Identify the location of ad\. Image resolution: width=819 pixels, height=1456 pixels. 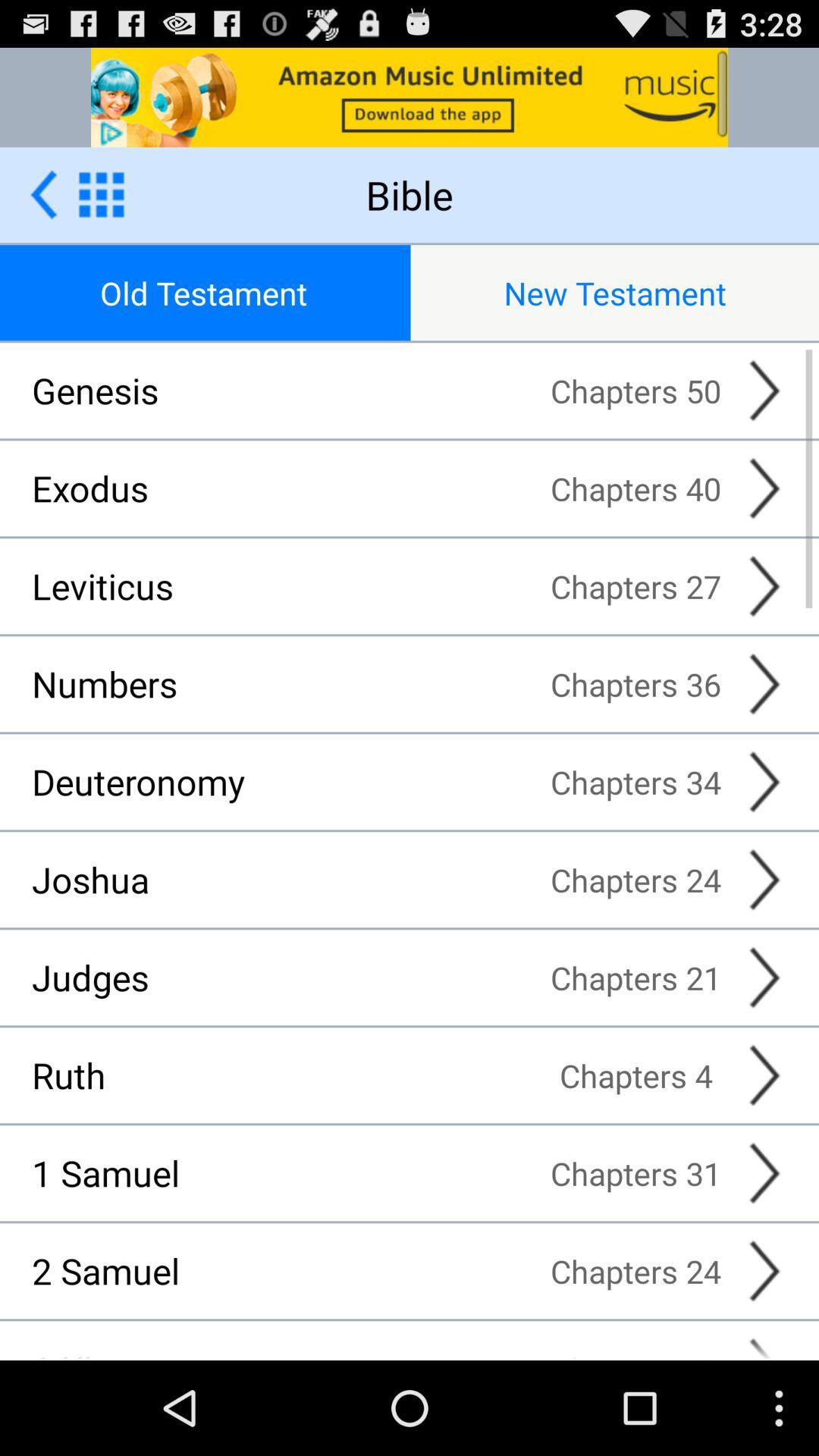
(409, 96).